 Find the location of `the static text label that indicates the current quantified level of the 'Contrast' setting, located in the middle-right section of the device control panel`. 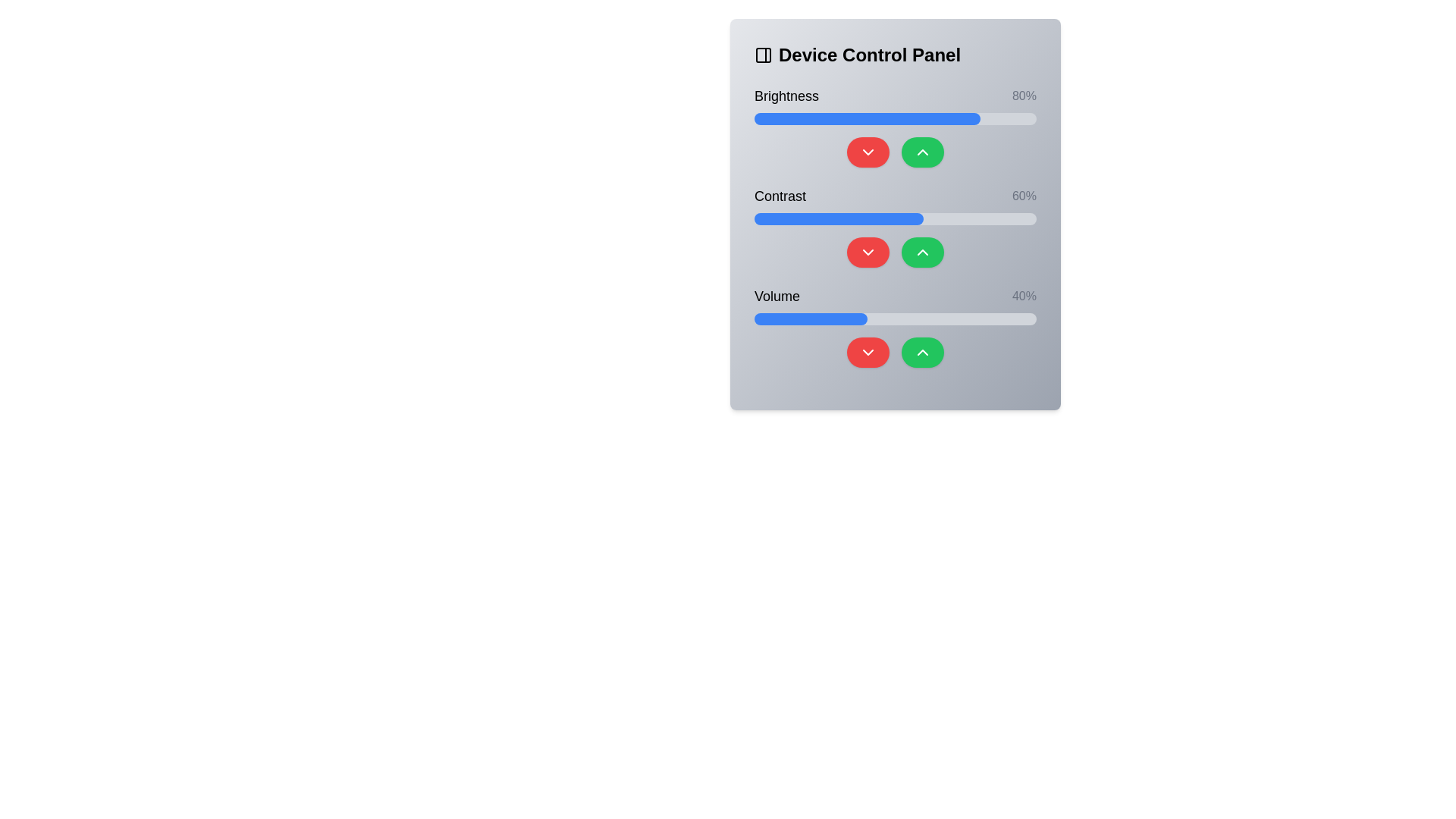

the static text label that indicates the current quantified level of the 'Contrast' setting, located in the middle-right section of the device control panel is located at coordinates (1024, 195).